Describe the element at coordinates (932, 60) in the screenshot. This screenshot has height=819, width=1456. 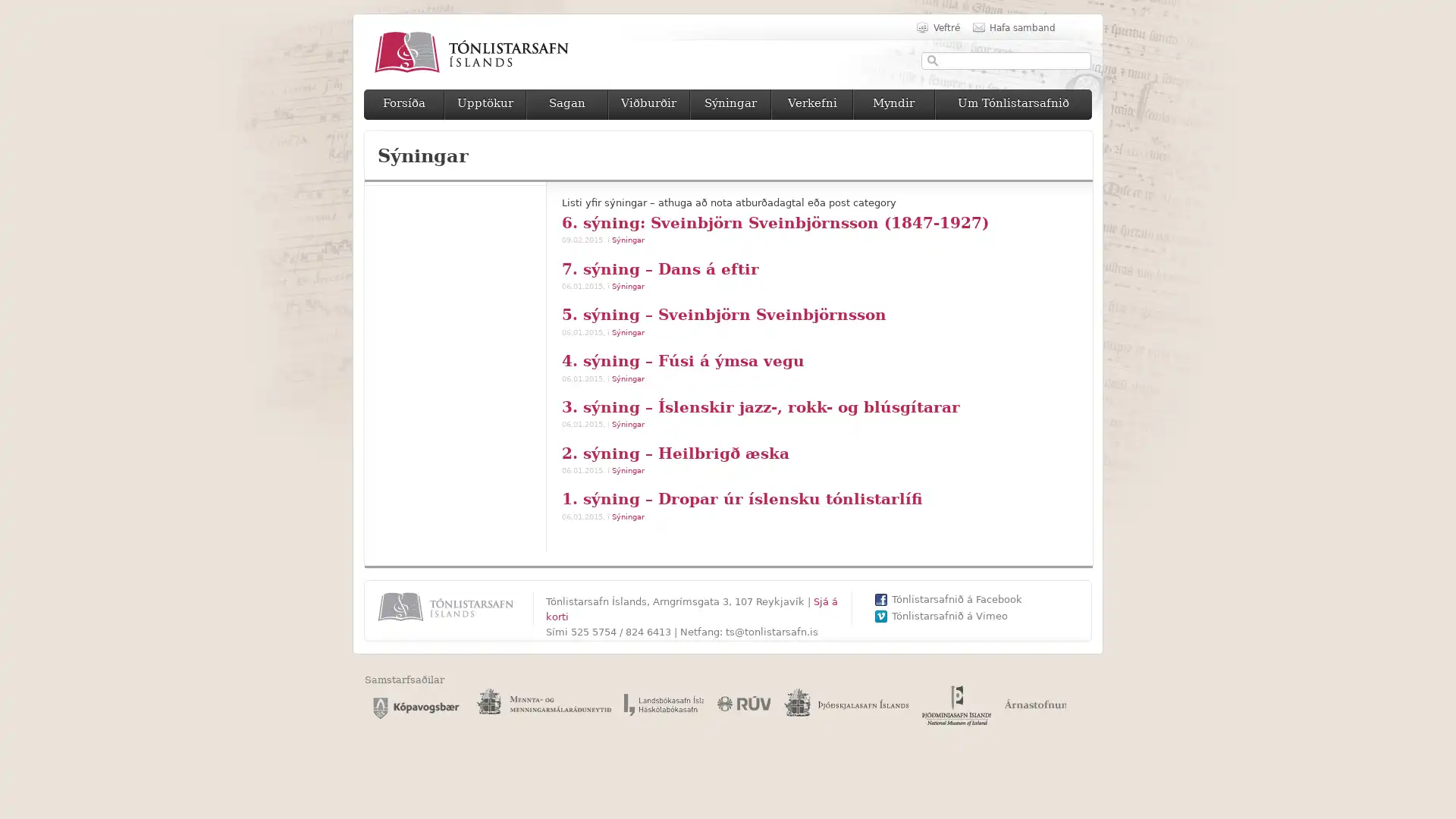
I see `Leita` at that location.